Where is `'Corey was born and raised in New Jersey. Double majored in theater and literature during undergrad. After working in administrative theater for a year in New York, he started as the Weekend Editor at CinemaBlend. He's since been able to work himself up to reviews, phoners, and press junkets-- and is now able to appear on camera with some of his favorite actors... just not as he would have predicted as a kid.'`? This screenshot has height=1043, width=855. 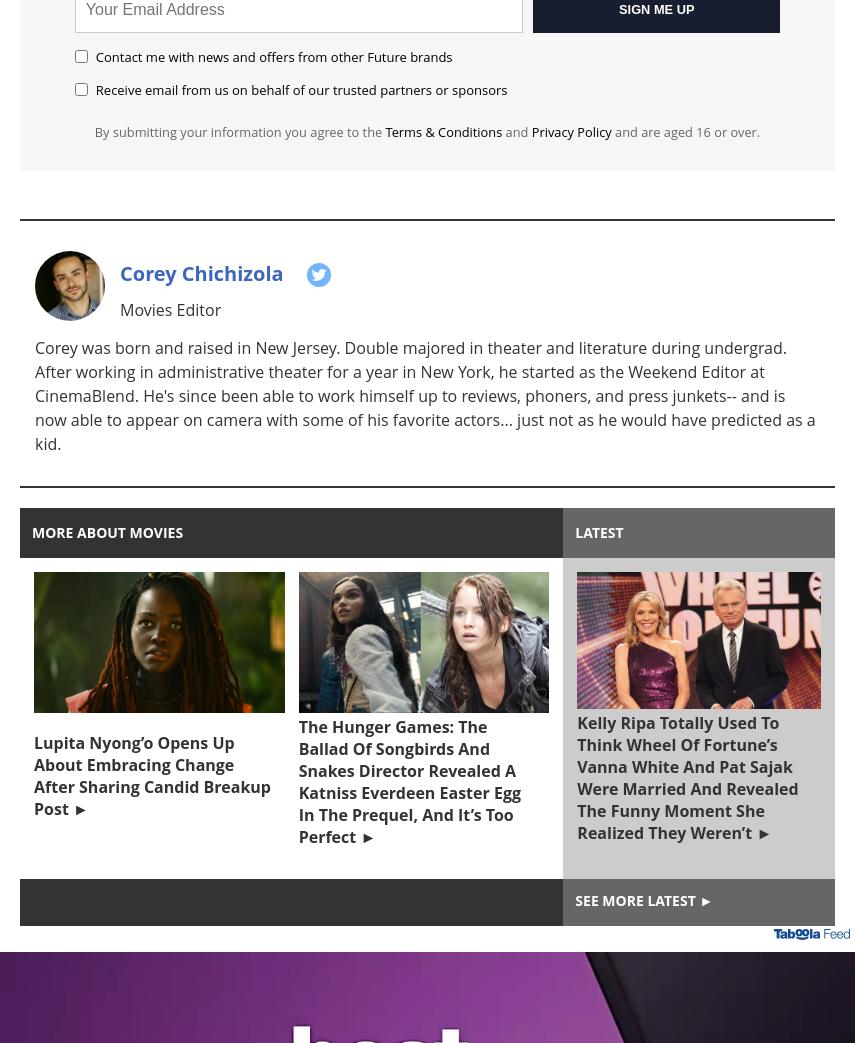 'Corey was born and raised in New Jersey. Double majored in theater and literature during undergrad. After working in administrative theater for a year in New York, he started as the Weekend Editor at CinemaBlend. He's since been able to work himself up to reviews, phoners, and press junkets-- and is now able to appear on camera with some of his favorite actors... just not as he would have predicted as a kid.' is located at coordinates (33, 394).